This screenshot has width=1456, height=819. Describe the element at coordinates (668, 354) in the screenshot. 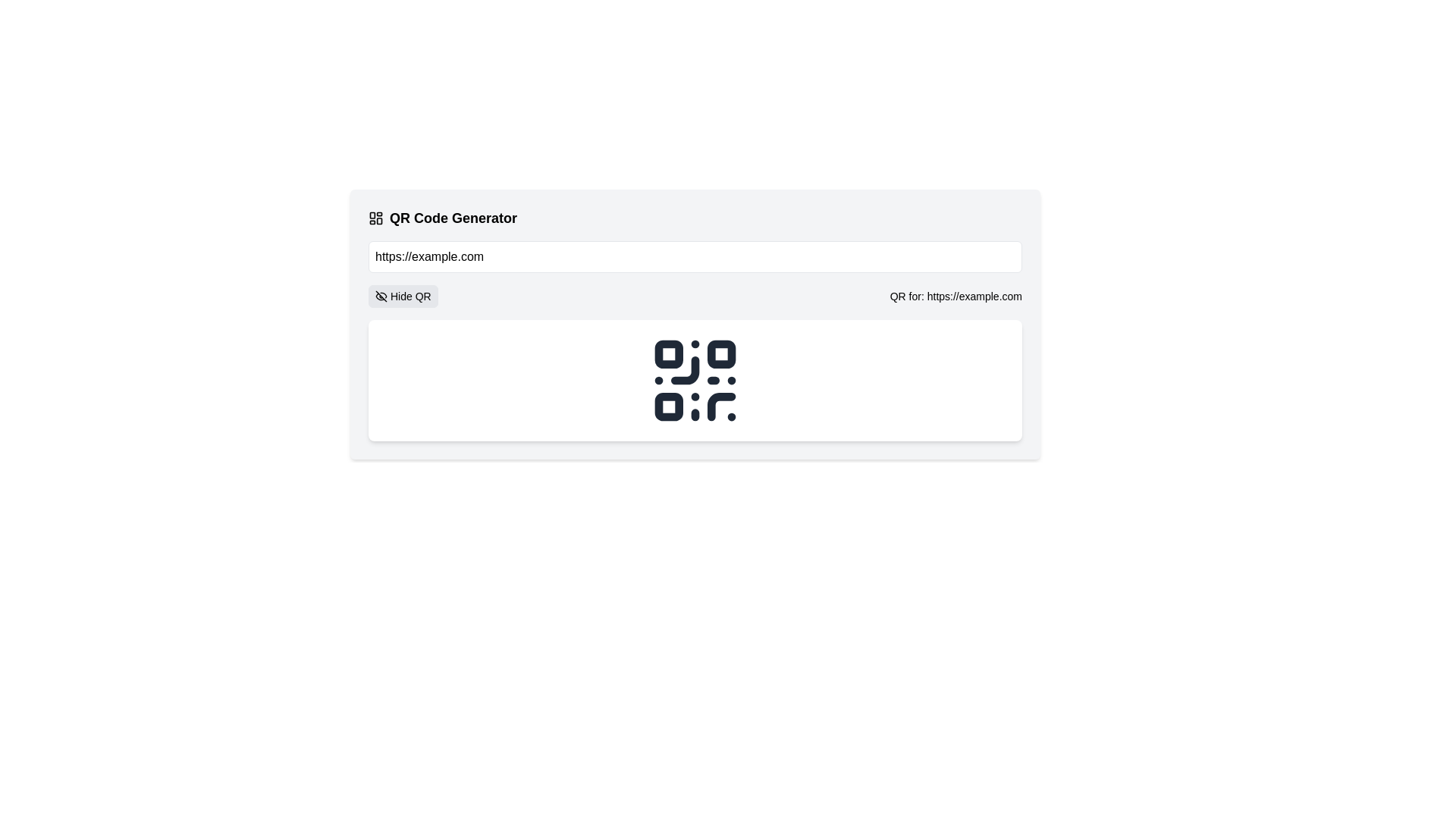

I see `the top-left square of the QR code, which is an SVG rectangle element contributing to its scannable structure` at that location.